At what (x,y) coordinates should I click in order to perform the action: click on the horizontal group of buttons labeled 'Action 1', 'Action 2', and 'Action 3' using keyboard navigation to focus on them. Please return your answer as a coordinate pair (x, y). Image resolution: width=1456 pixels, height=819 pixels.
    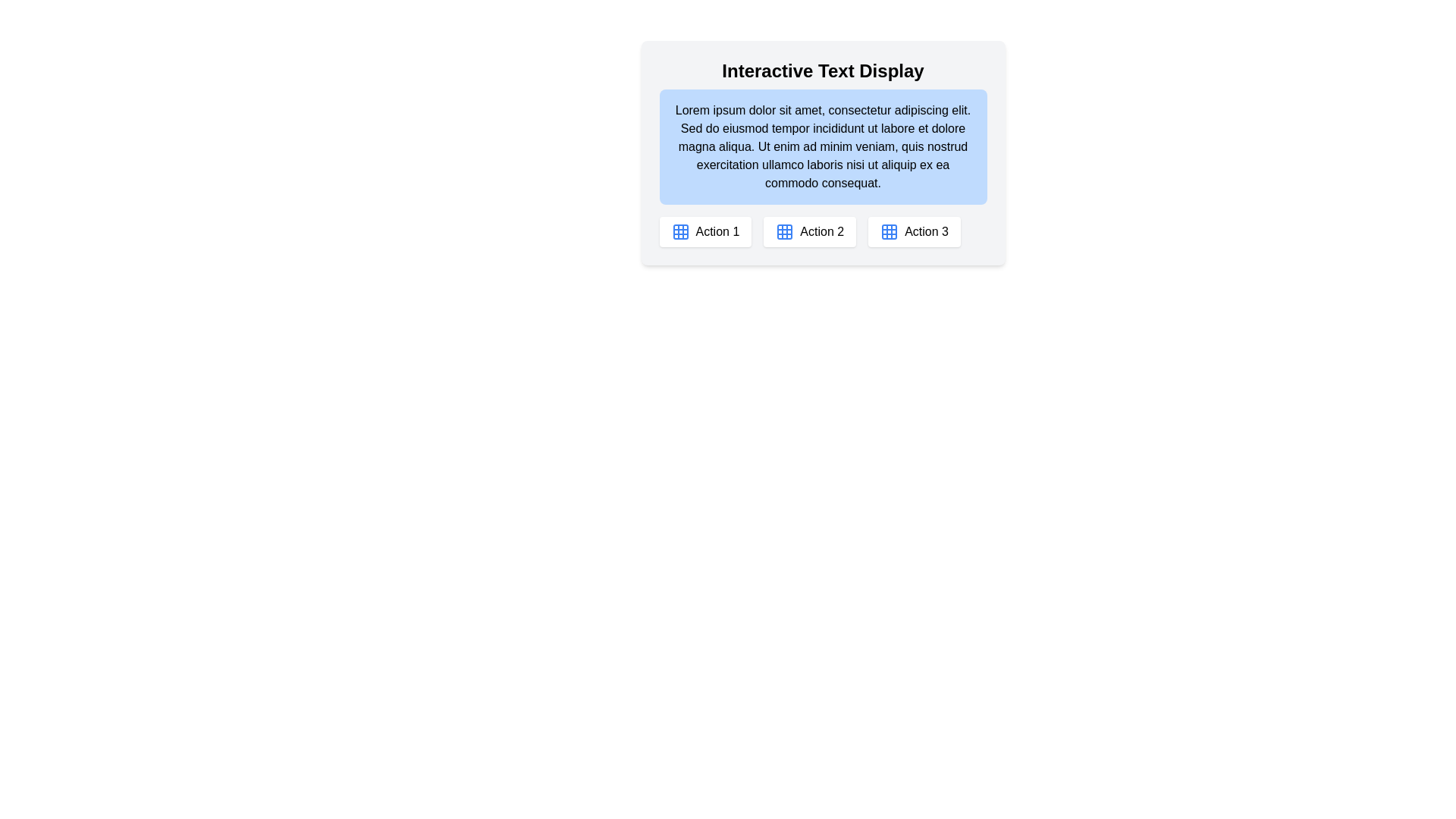
    Looking at the image, I should click on (822, 231).